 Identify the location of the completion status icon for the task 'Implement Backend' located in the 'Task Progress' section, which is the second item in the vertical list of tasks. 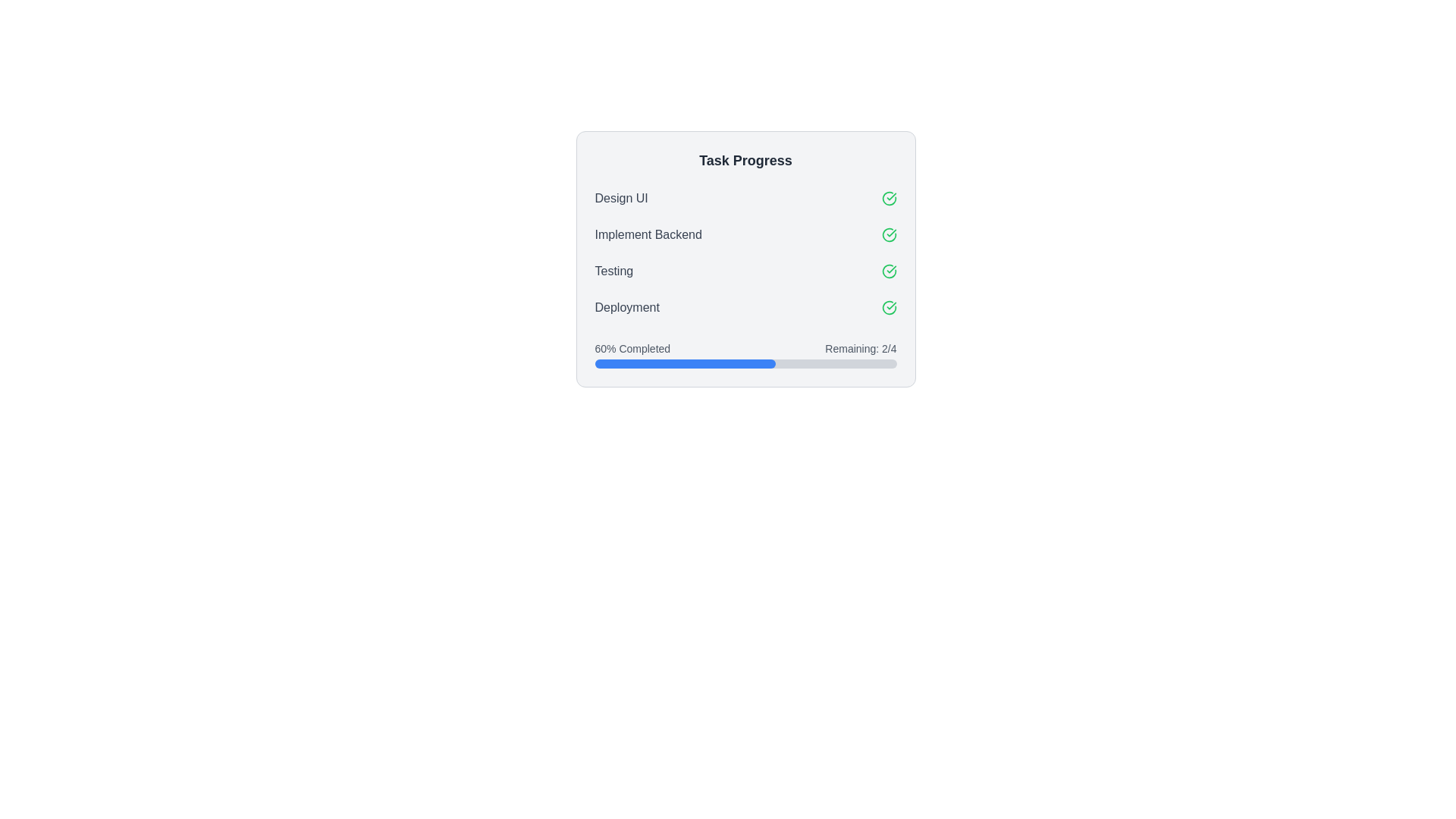
(889, 234).